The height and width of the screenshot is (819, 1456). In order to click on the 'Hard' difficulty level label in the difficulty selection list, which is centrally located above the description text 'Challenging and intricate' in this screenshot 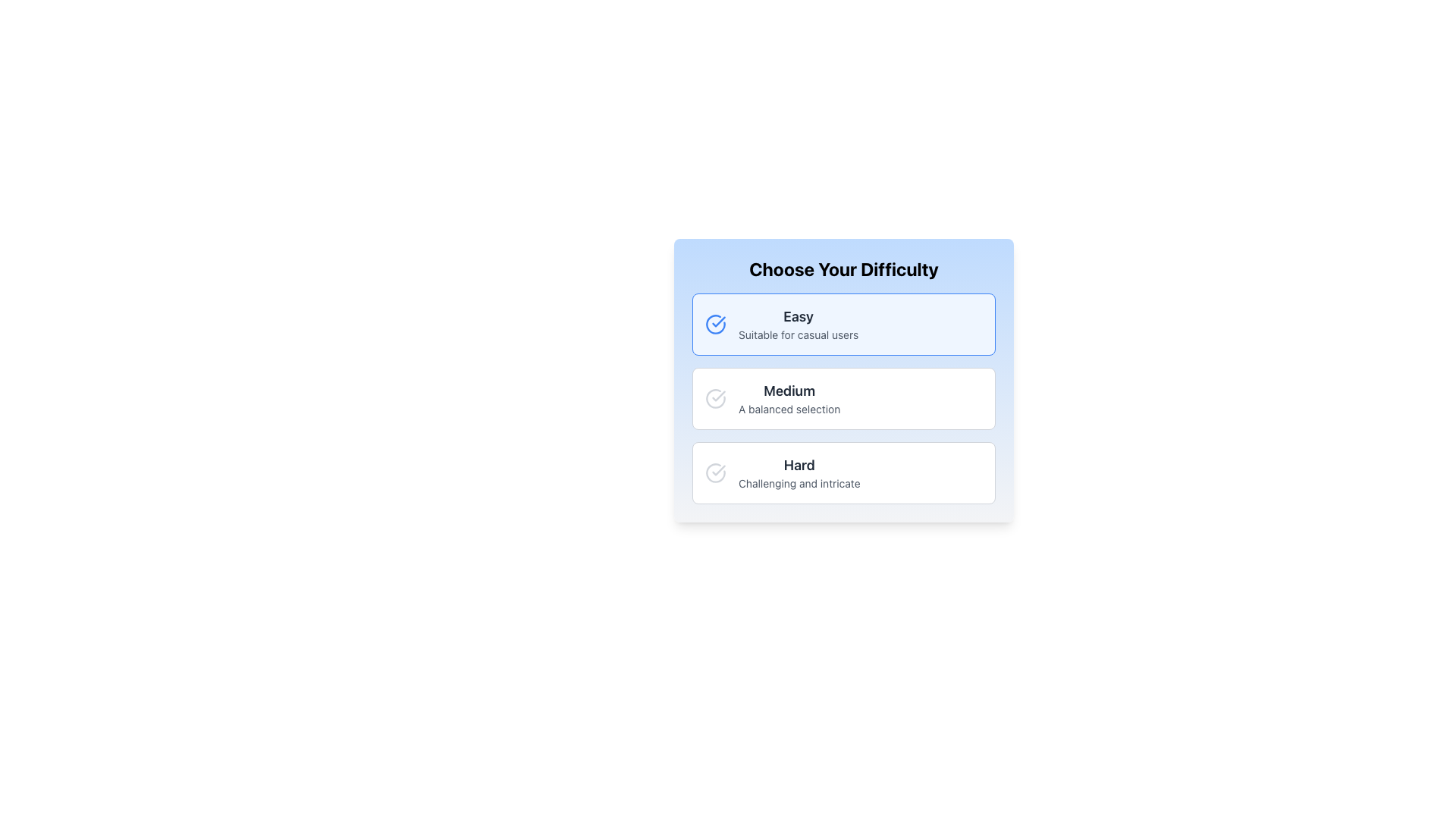, I will do `click(799, 464)`.